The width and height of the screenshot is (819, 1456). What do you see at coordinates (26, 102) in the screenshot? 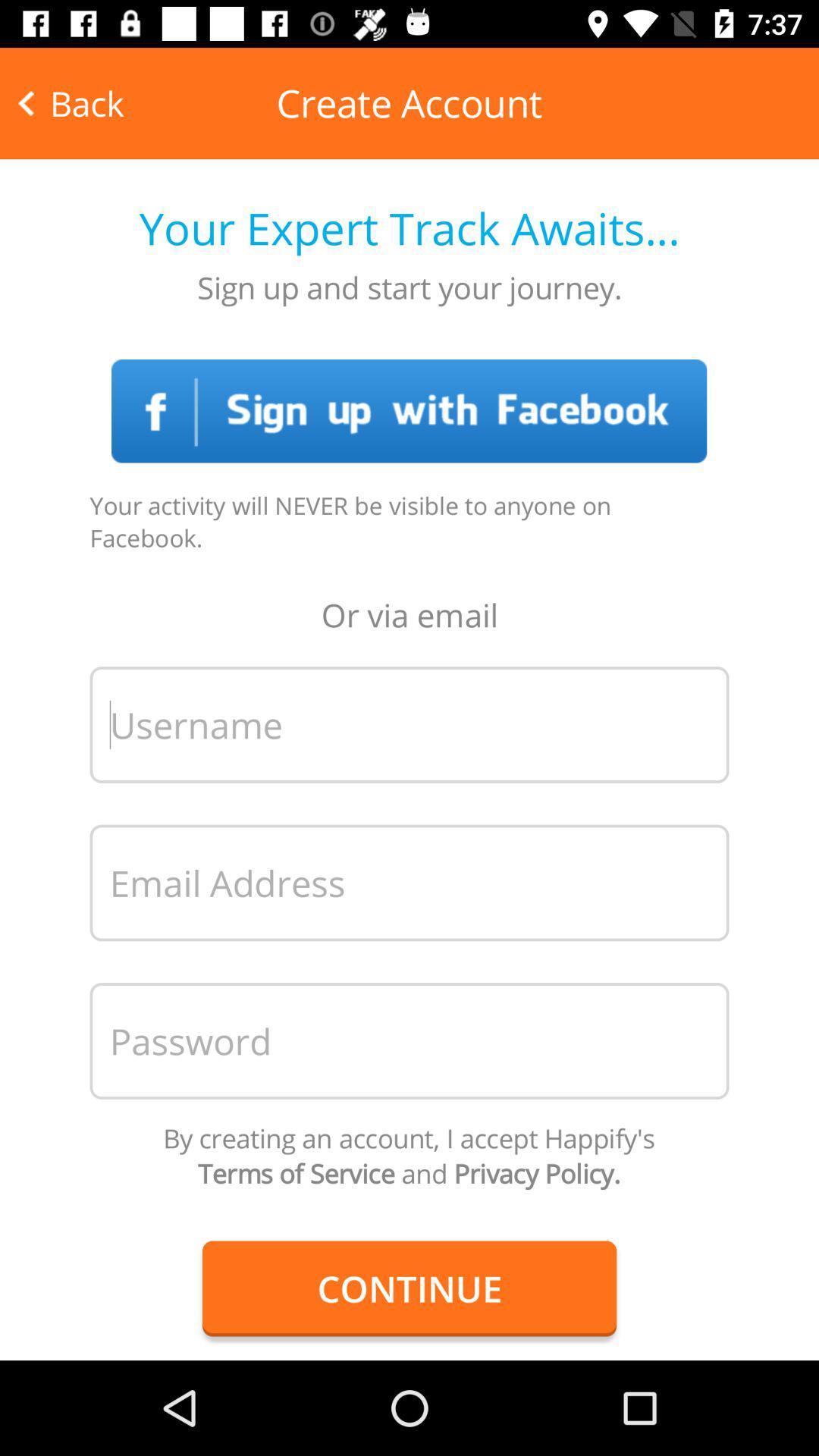
I see `the arrow_backward icon` at bounding box center [26, 102].